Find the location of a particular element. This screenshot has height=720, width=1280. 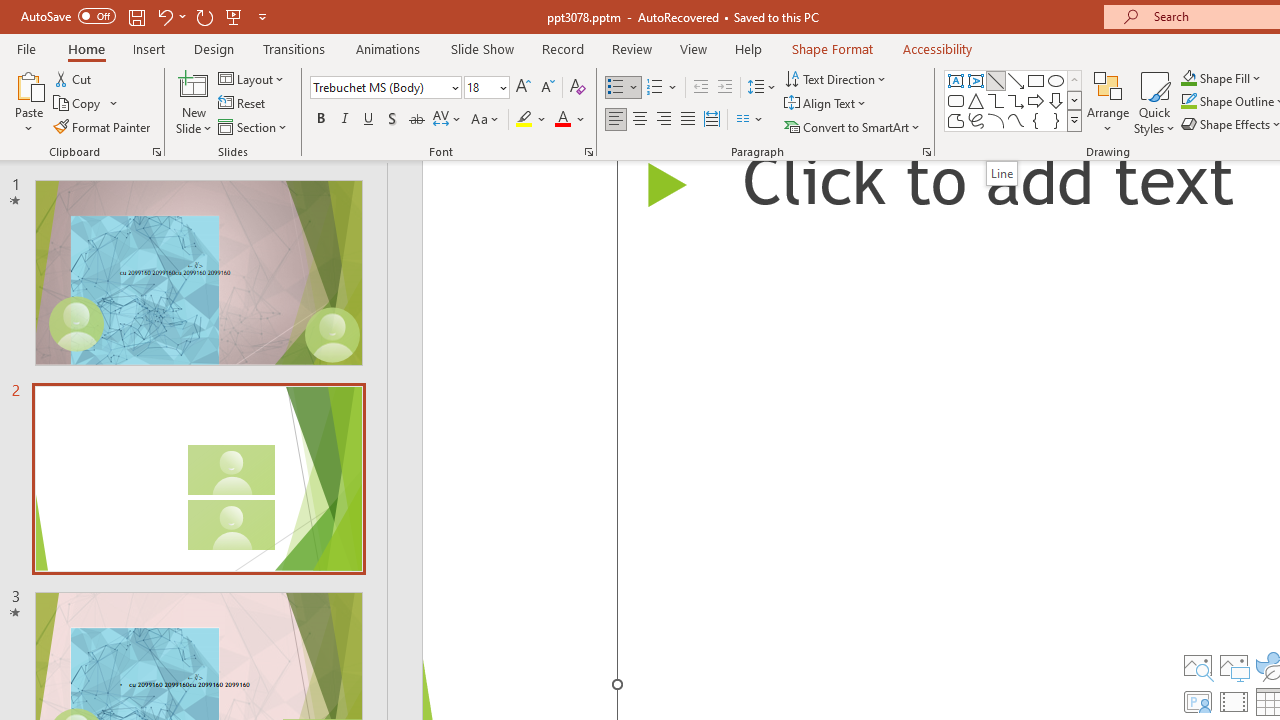

'Office Clipboard...' is located at coordinates (155, 150).